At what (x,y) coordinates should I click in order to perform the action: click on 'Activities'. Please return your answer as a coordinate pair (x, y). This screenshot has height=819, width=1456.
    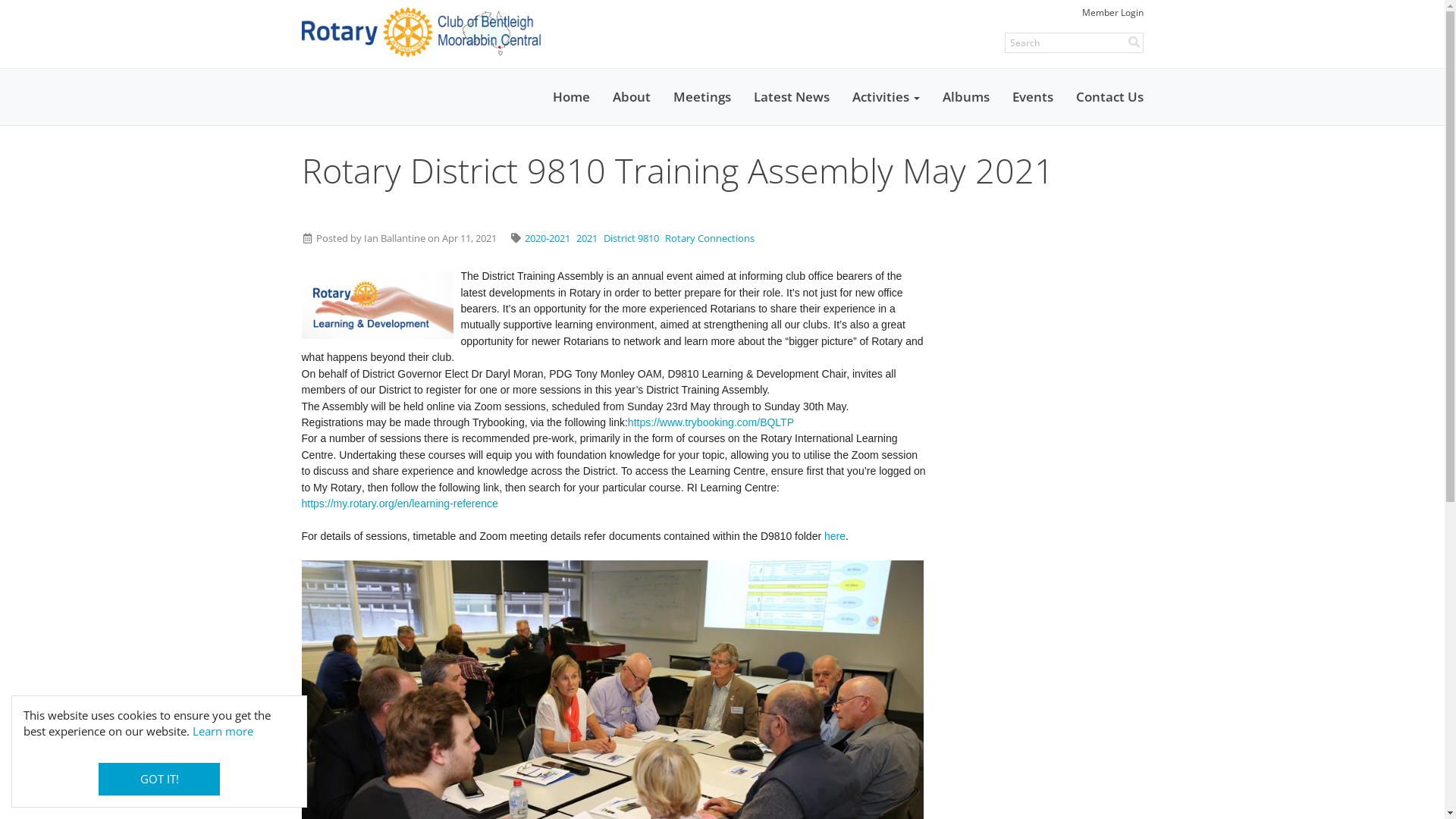
    Looking at the image, I should click on (885, 96).